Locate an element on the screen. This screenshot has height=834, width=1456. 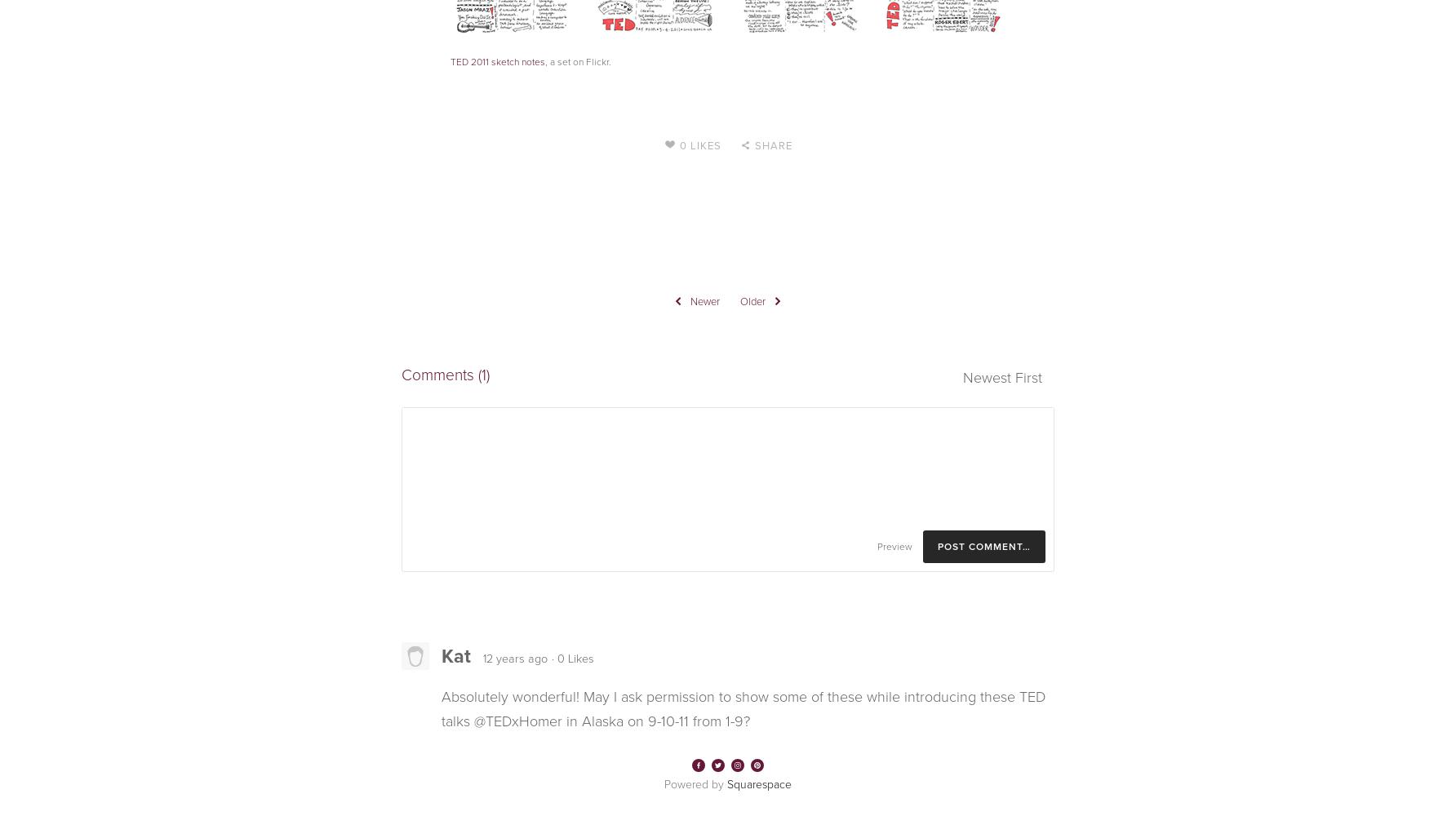
'Older' is located at coordinates (752, 300).